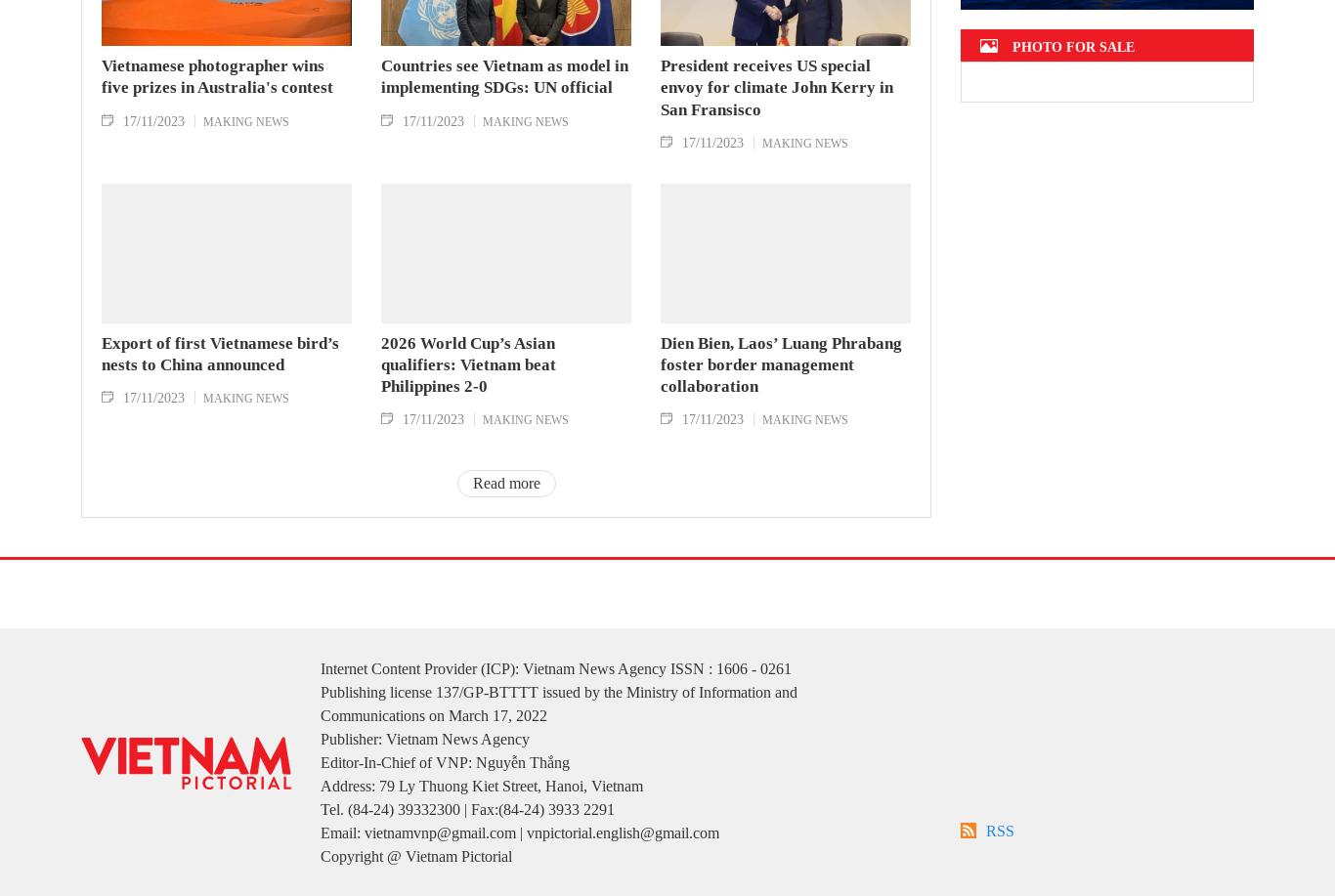 The width and height of the screenshot is (1335, 896). What do you see at coordinates (776, 86) in the screenshot?
I see `'President receives US special envoy for climate John Kerry in San Fransisco'` at bounding box center [776, 86].